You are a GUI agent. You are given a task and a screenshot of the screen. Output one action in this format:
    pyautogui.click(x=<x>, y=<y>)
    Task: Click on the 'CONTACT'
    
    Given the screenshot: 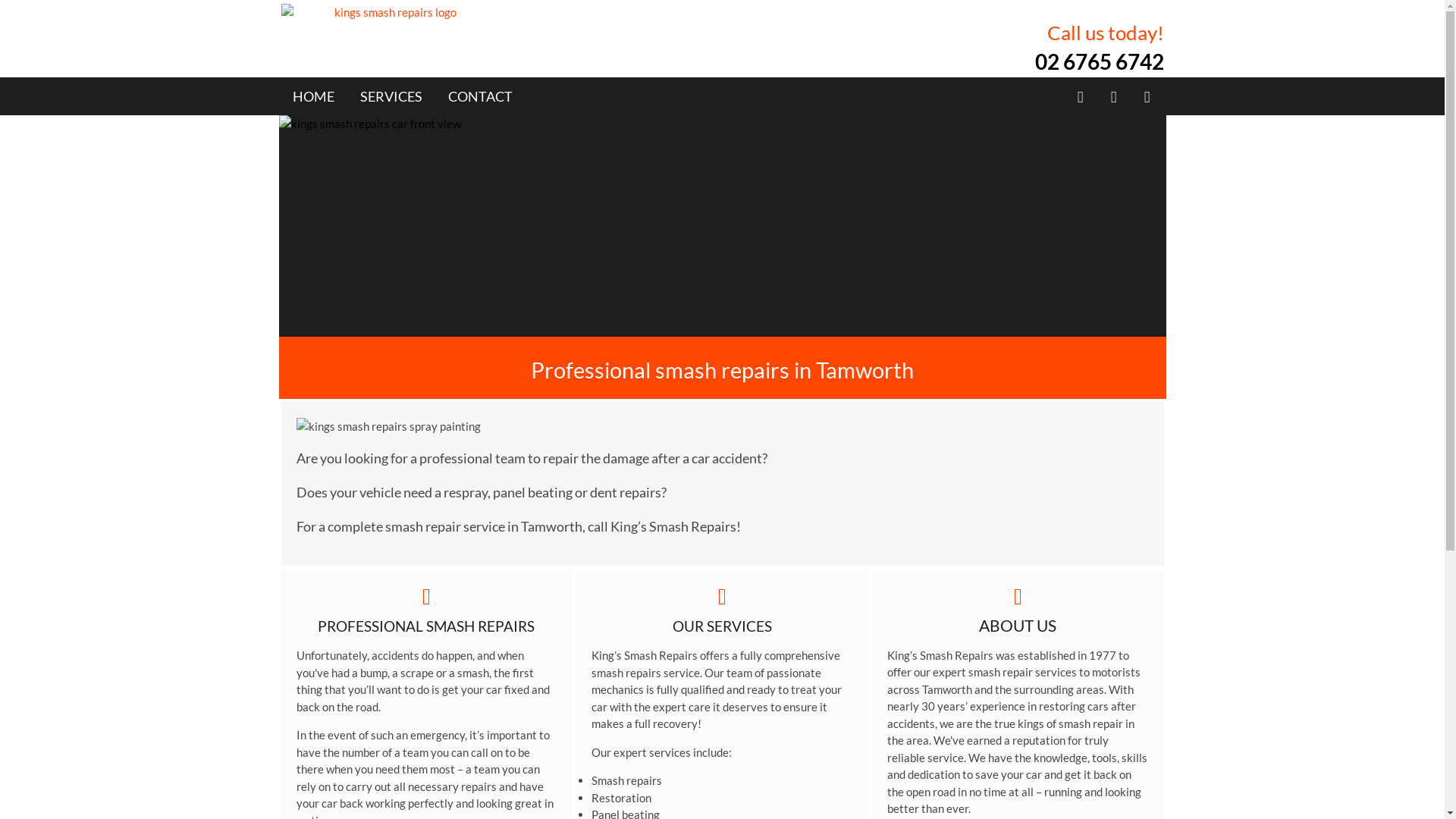 What is the action you would take?
    pyautogui.click(x=479, y=96)
    